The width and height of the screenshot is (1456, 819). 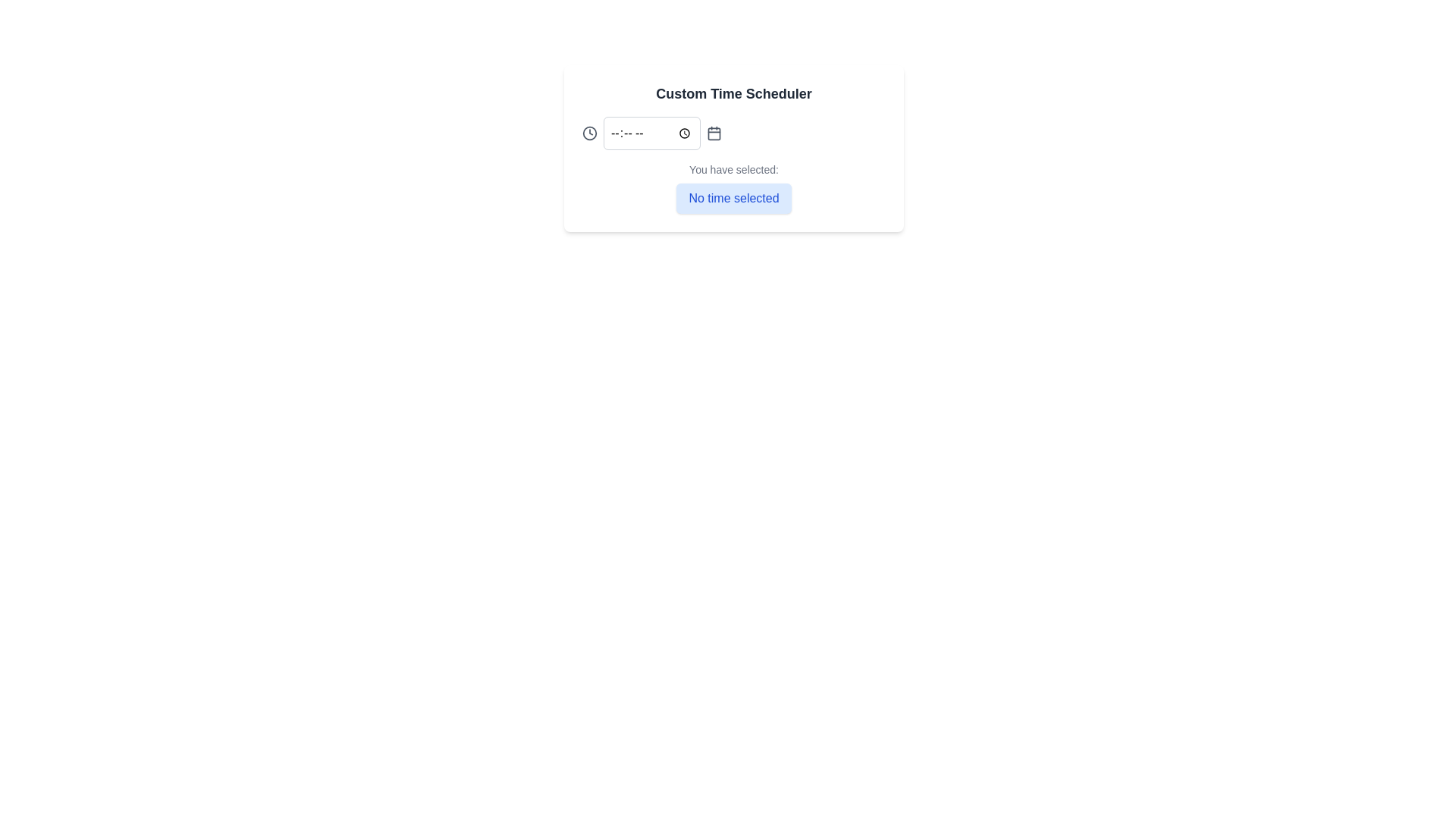 I want to click on the calendar icon component located next to the time selection field, which is a square shape with rounded corners, so click(x=713, y=133).